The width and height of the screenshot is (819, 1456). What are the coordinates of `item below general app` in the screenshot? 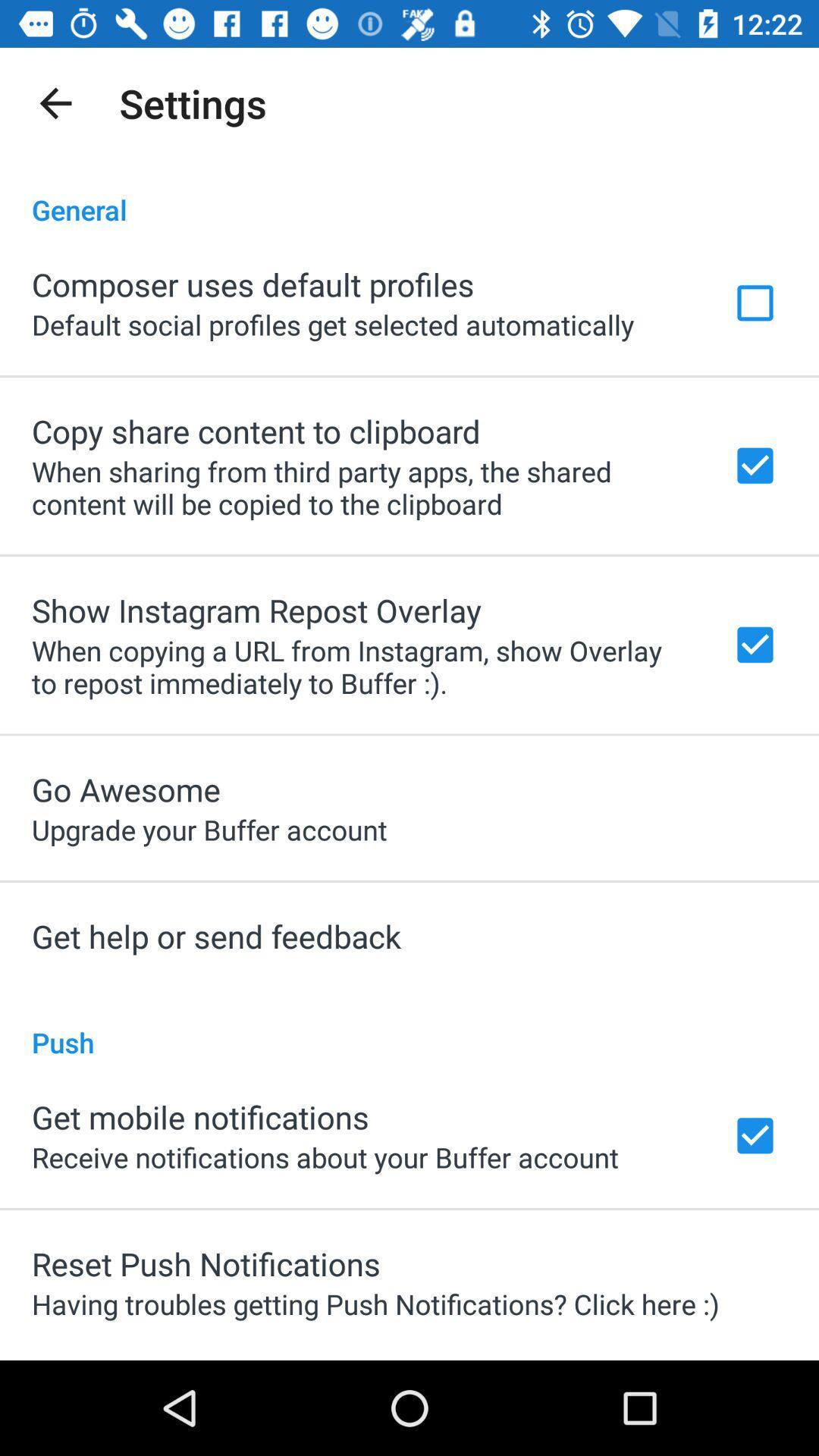 It's located at (252, 284).